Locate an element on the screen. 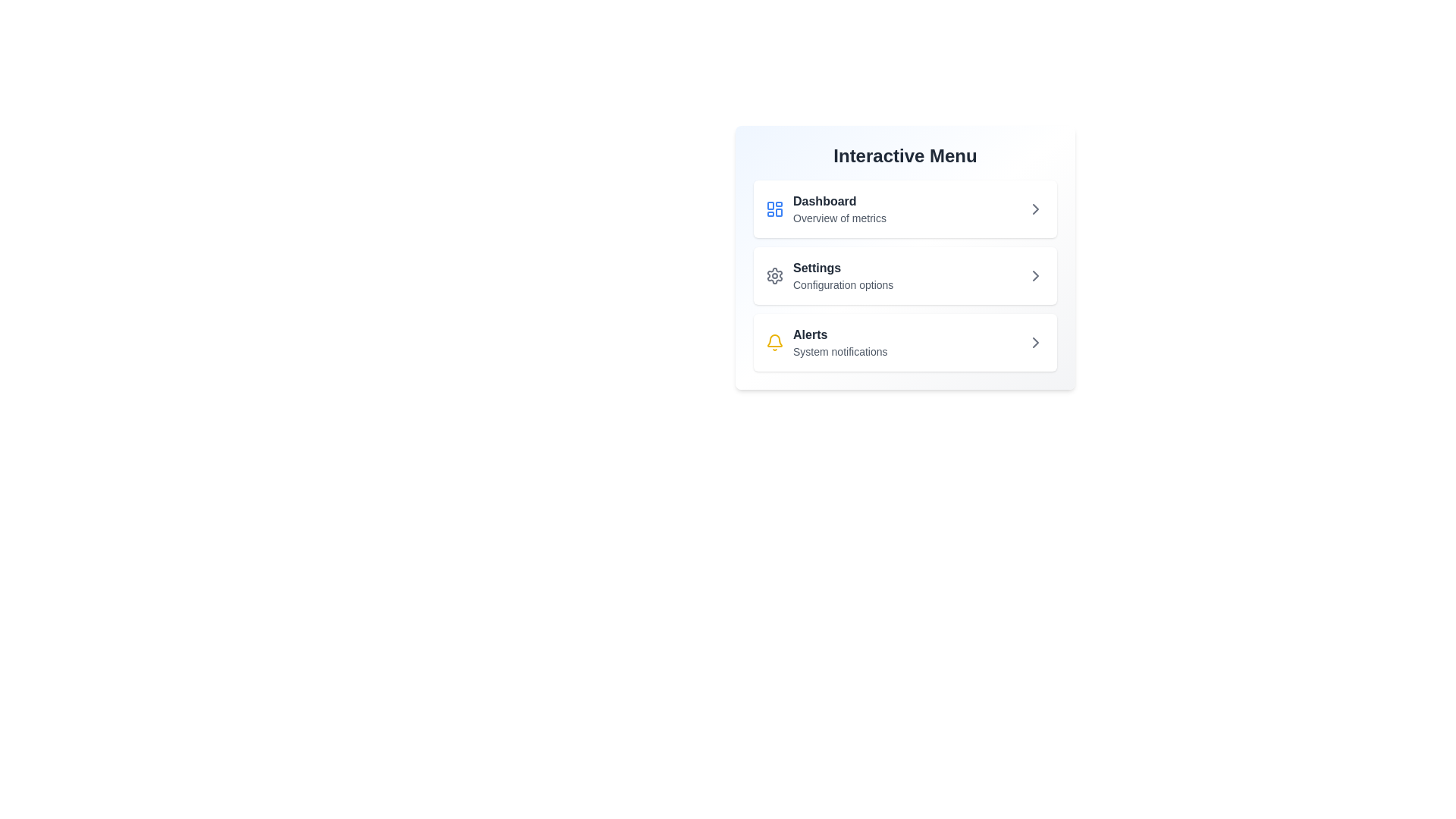 This screenshot has height=819, width=1456. the Button that serves as a navigational link to access notifications or alerts, located in the 'Interactive Menu' section, positioned below 'Settings' is located at coordinates (905, 342).